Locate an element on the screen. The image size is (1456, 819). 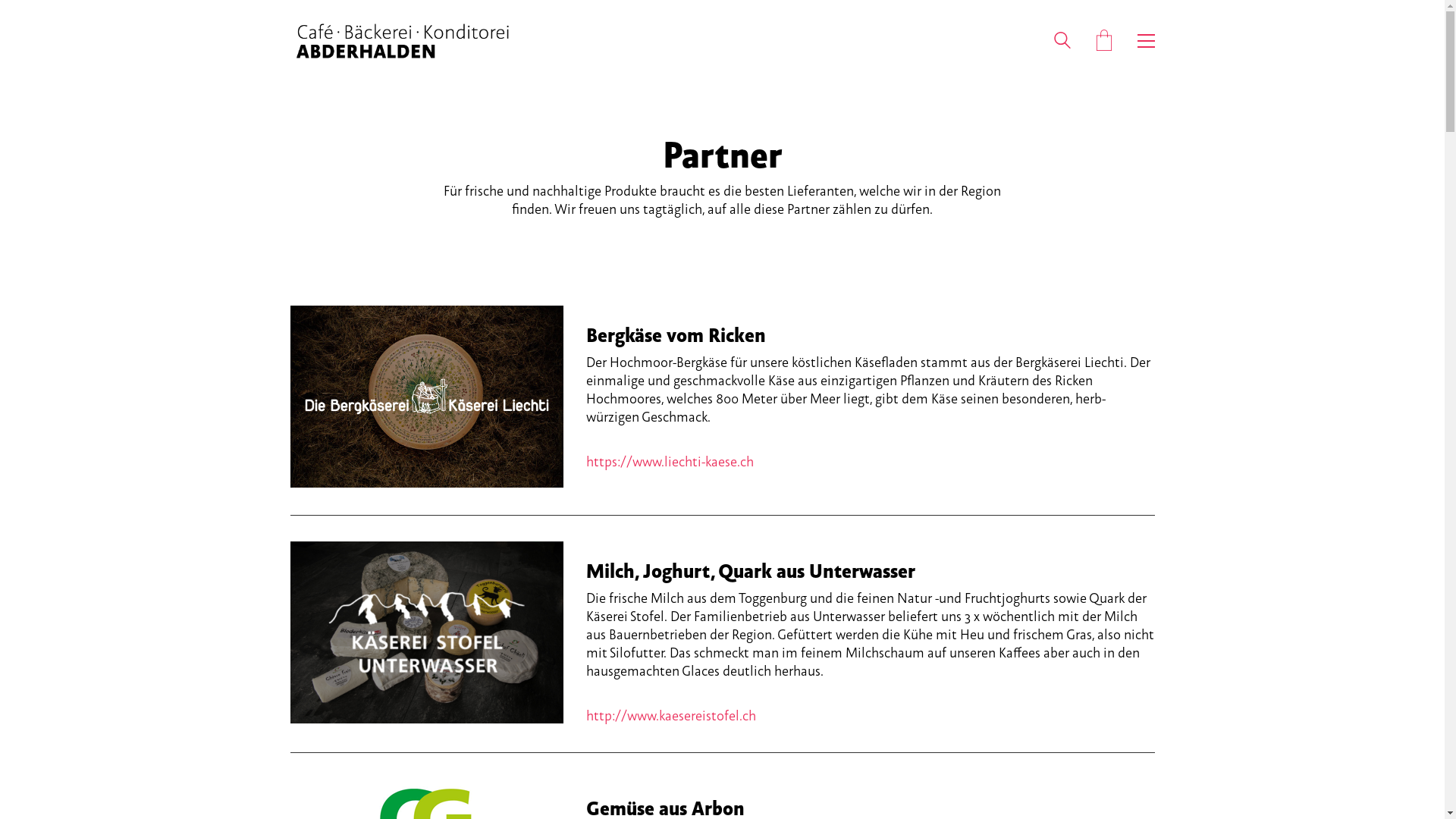
'http://www.kaesereistofel.ch' is located at coordinates (585, 716).